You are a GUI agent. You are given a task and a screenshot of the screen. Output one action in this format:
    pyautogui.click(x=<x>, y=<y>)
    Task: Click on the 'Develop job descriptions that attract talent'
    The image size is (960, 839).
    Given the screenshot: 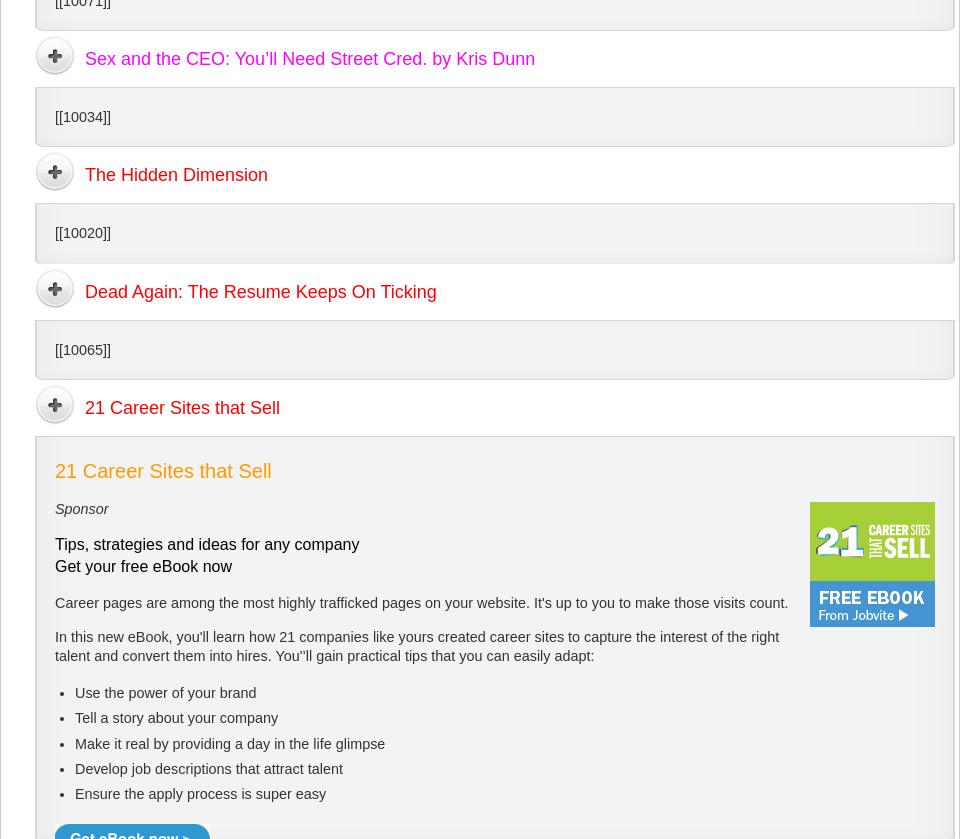 What is the action you would take?
    pyautogui.click(x=74, y=767)
    